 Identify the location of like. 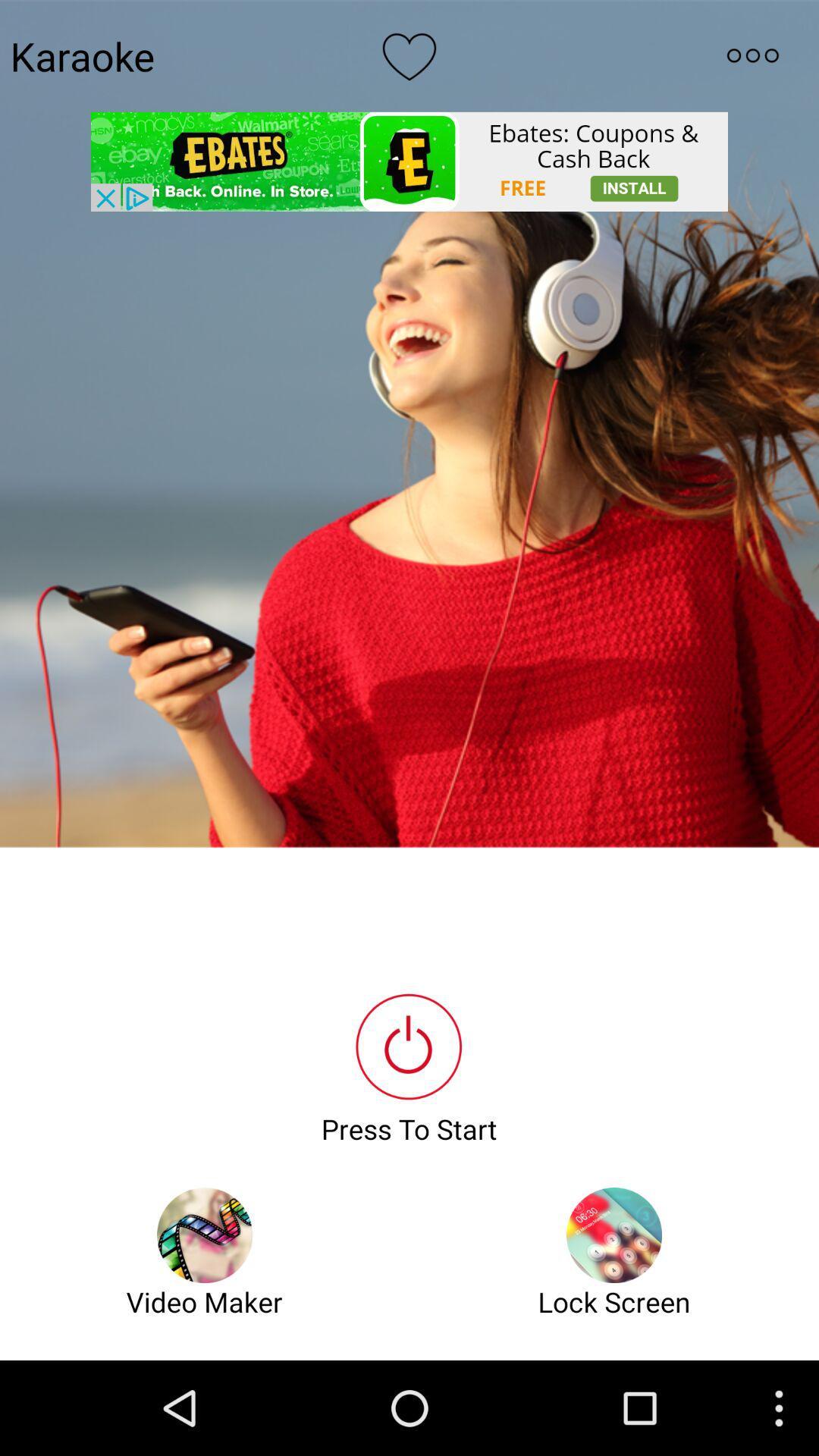
(409, 55).